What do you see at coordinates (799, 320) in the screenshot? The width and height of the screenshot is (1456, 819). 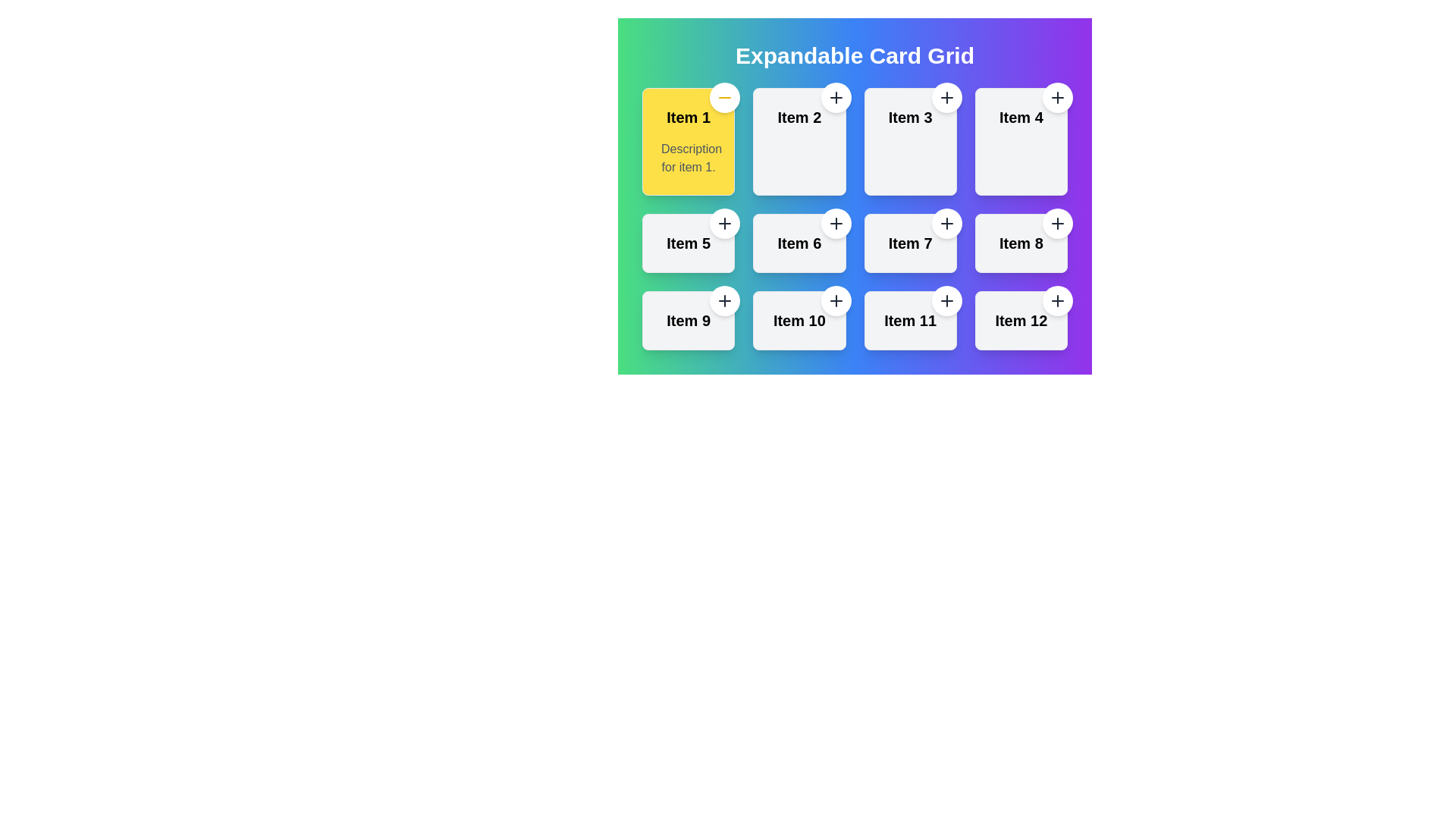 I see `the text label that displays the card's title, located in the bottom third of the card, centered horizontally within the 10th card of the grid layout` at bounding box center [799, 320].